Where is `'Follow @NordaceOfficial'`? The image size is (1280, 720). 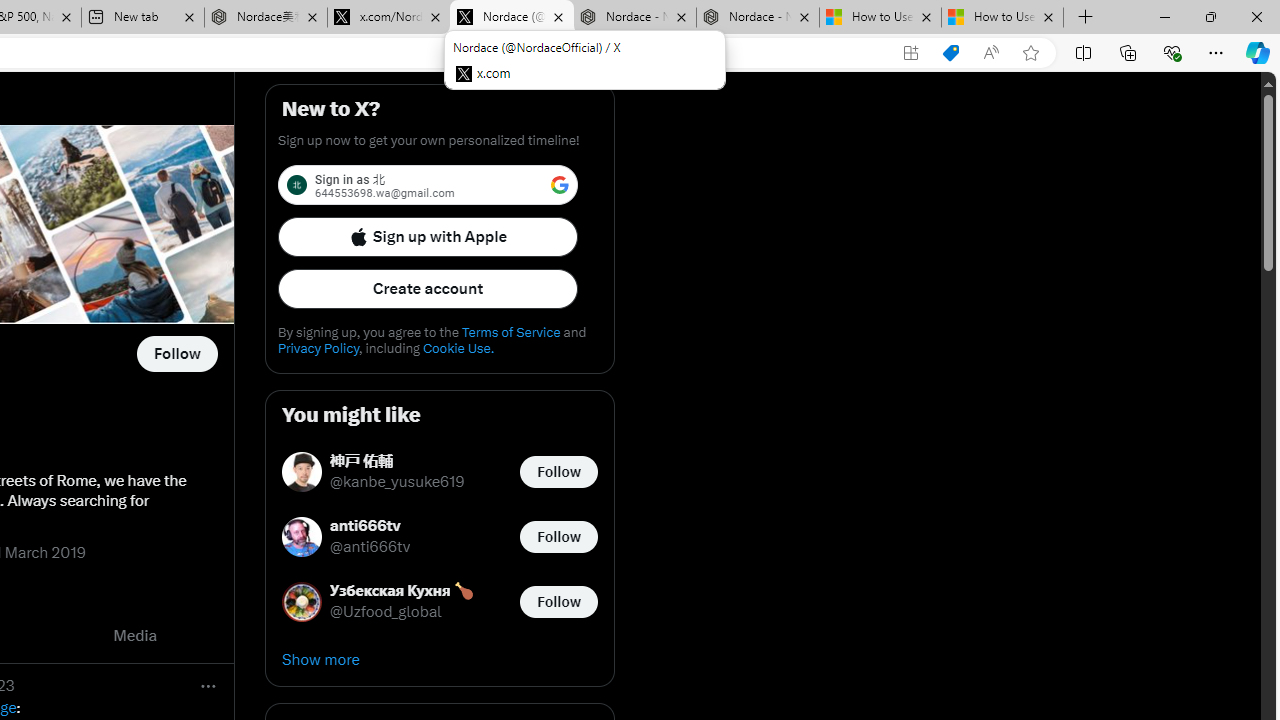
'Follow @NordaceOfficial' is located at coordinates (177, 353).